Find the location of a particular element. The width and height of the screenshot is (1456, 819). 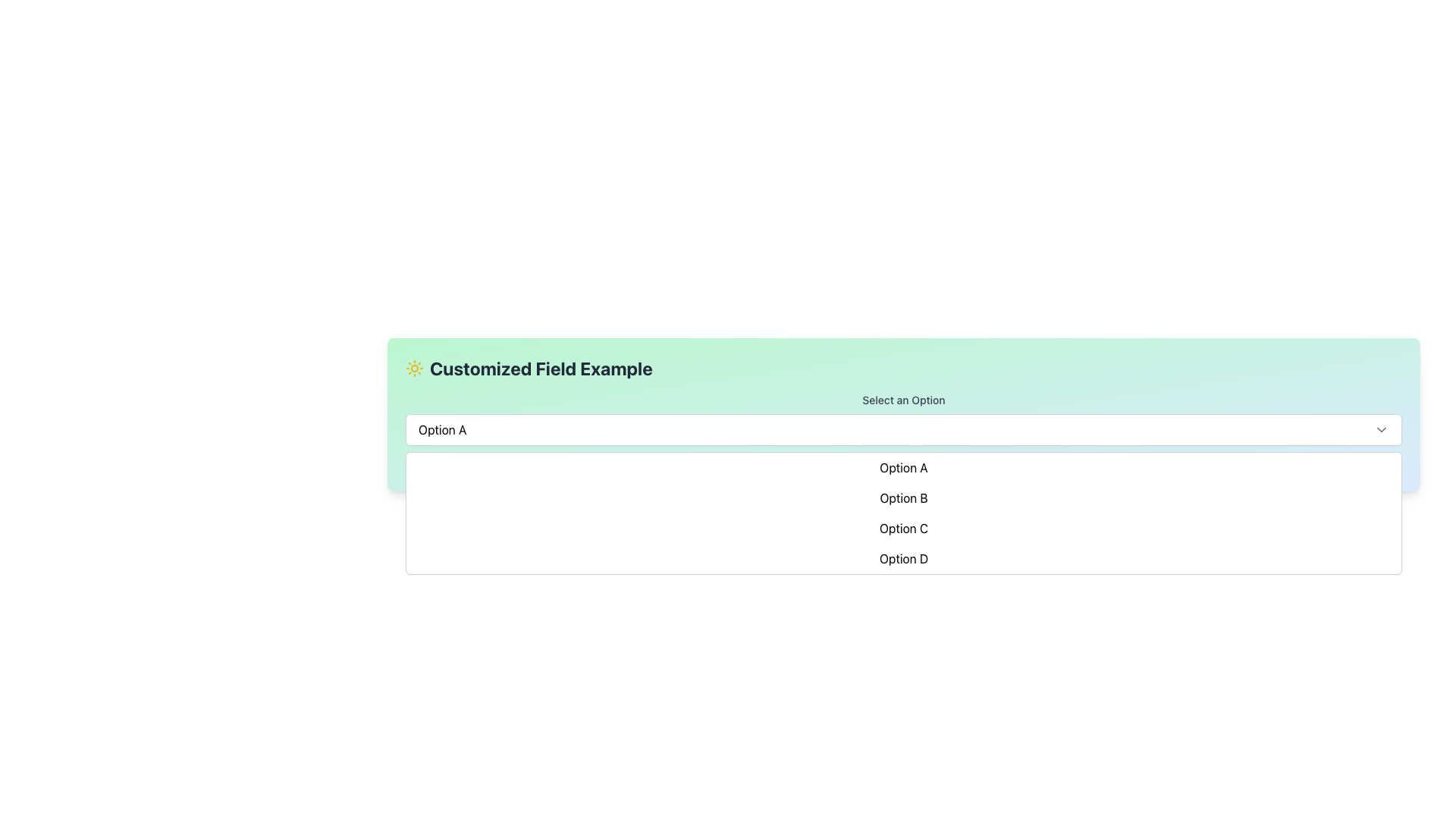

the text option labeled 'Option A' in the dropdown menu is located at coordinates (903, 467).